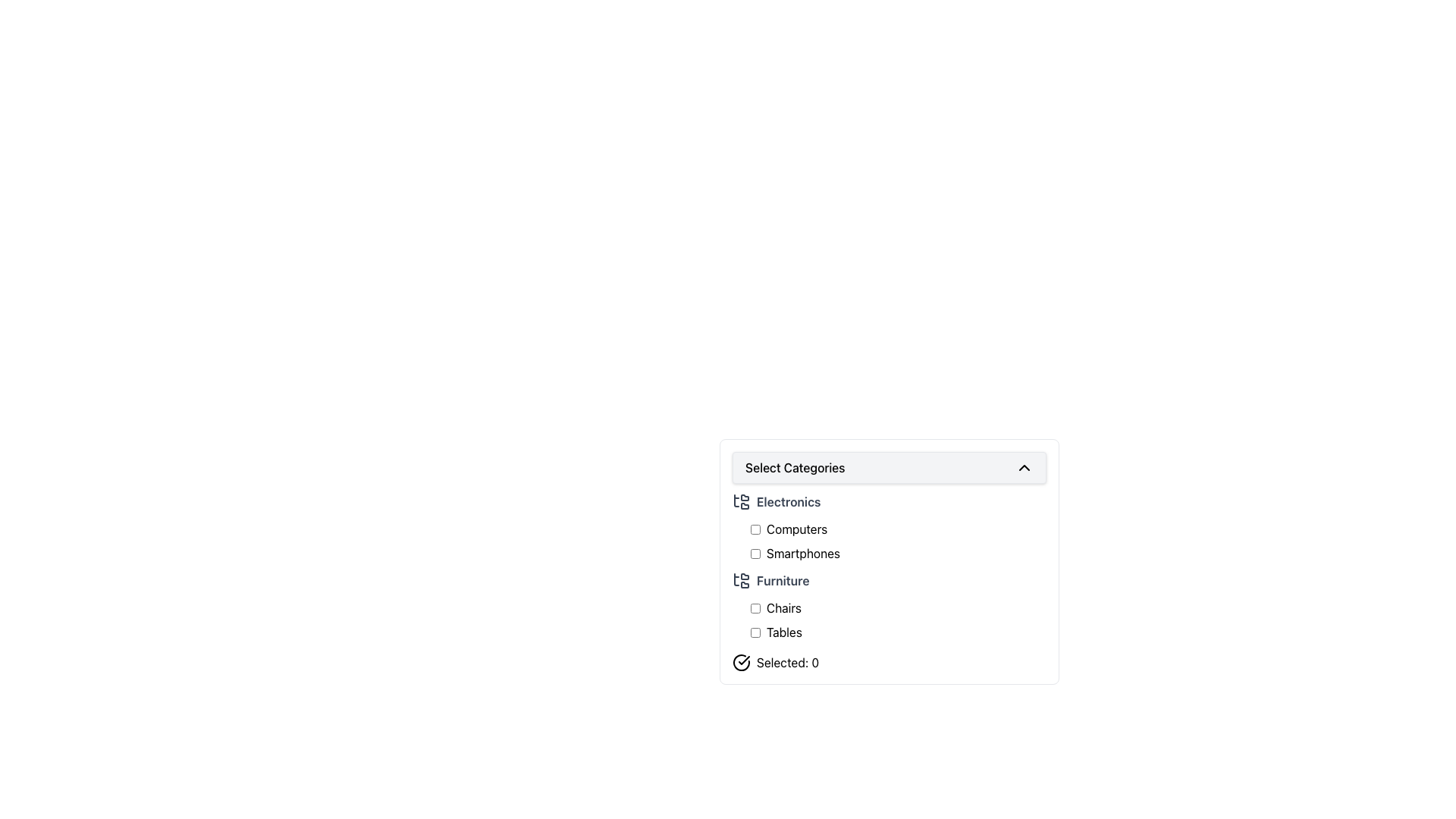 Image resolution: width=1456 pixels, height=819 pixels. Describe the element at coordinates (899, 540) in the screenshot. I see `the checkbox for 'Computers' in the group of labeled checkboxes under the 'Electronics' category` at that location.